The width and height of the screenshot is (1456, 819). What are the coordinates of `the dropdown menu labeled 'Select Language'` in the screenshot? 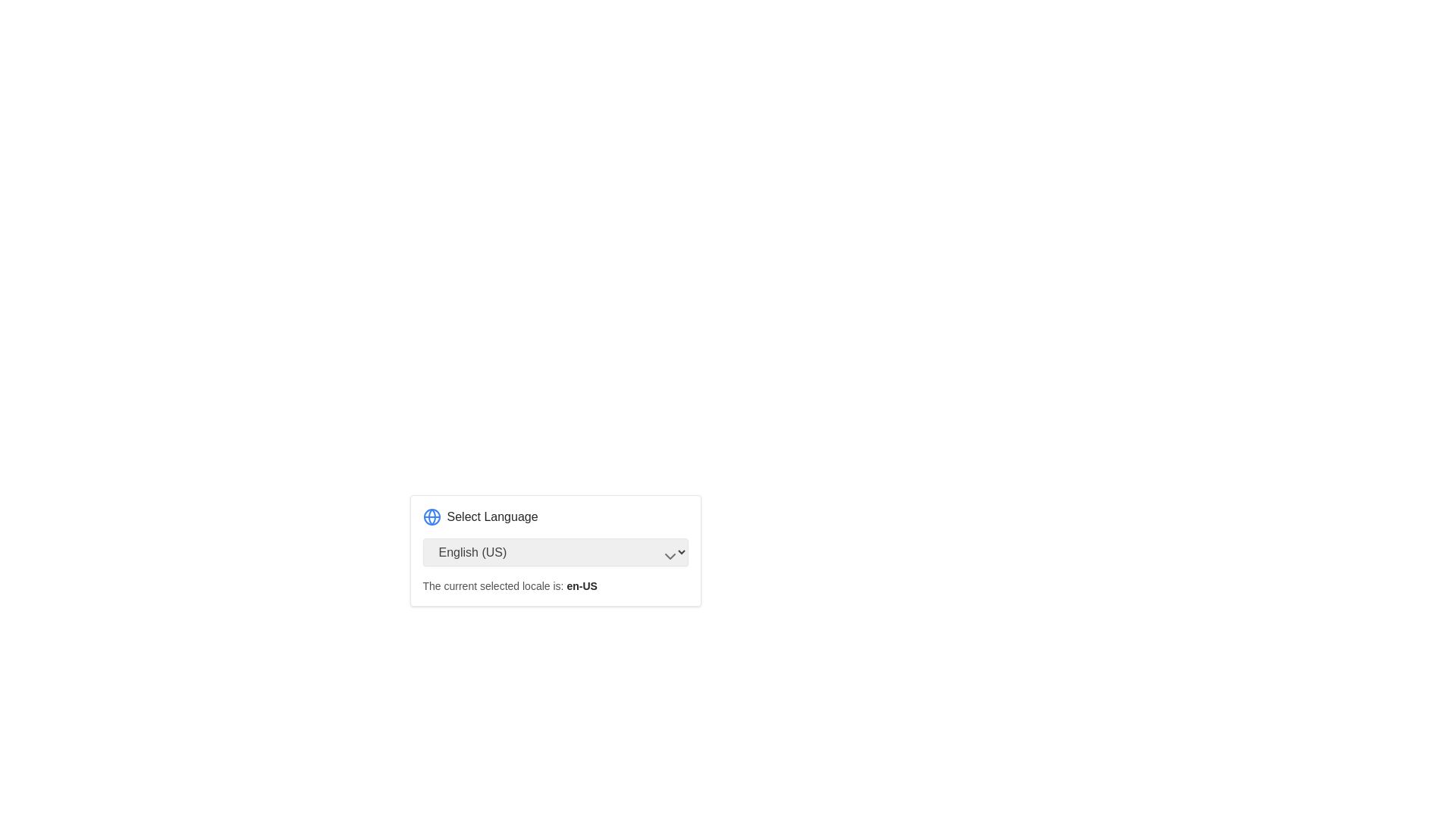 It's located at (554, 552).